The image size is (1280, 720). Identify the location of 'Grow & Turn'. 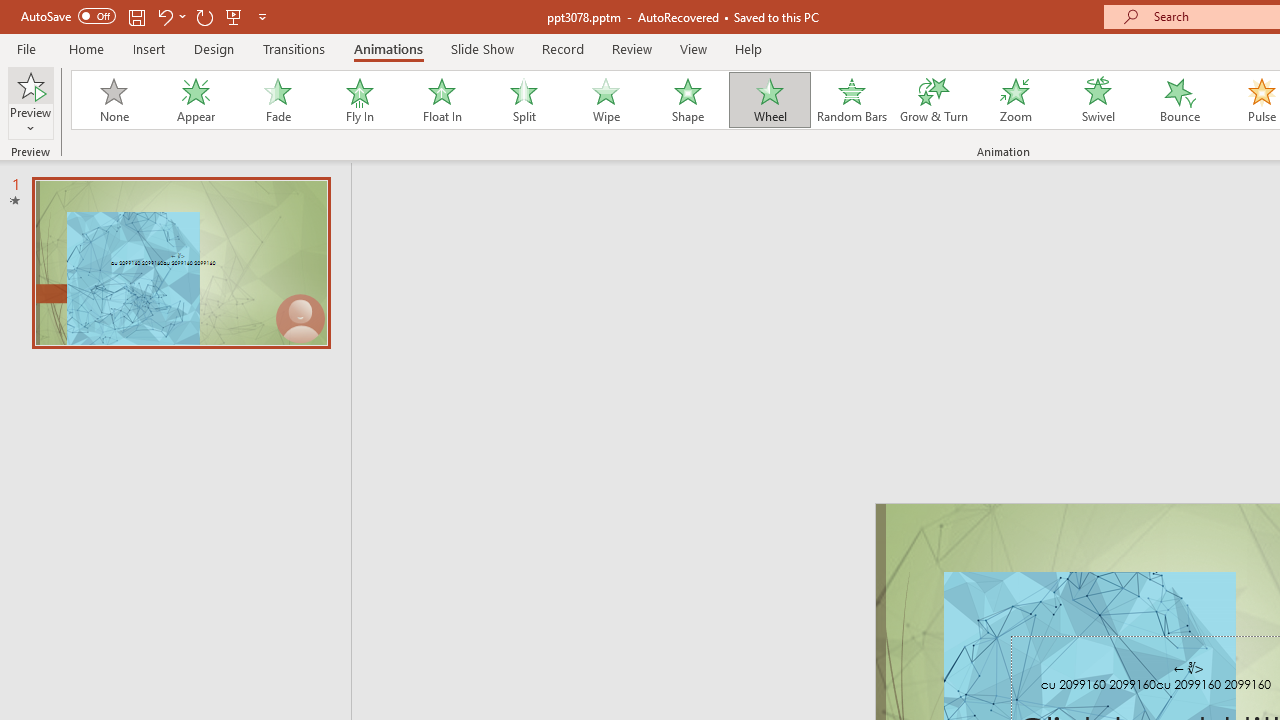
(933, 100).